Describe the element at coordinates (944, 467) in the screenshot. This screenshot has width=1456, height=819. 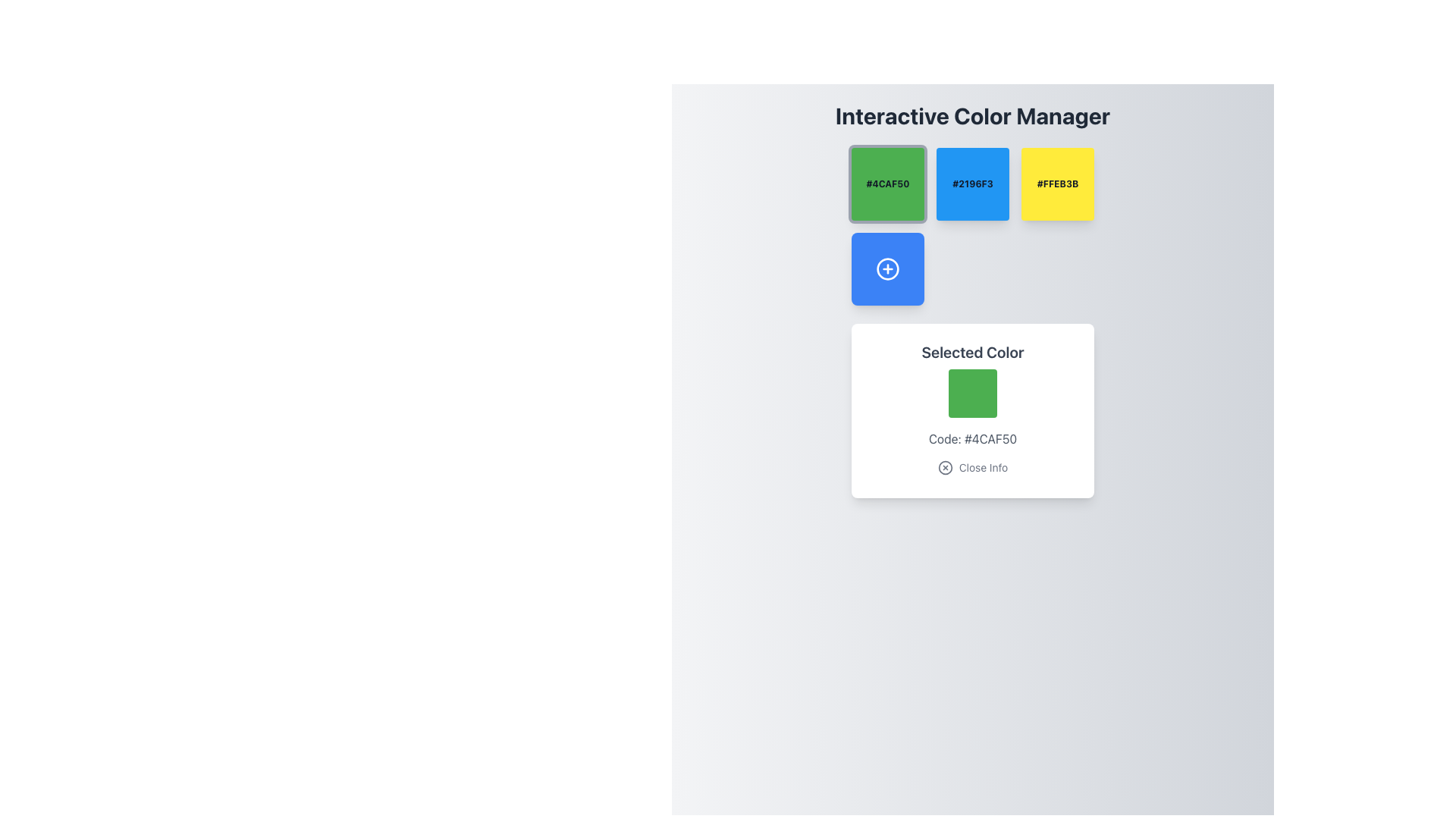
I see `the 'Close Info' icon located beneath the color code and green color sample in the 'Selected Color' section` at that location.